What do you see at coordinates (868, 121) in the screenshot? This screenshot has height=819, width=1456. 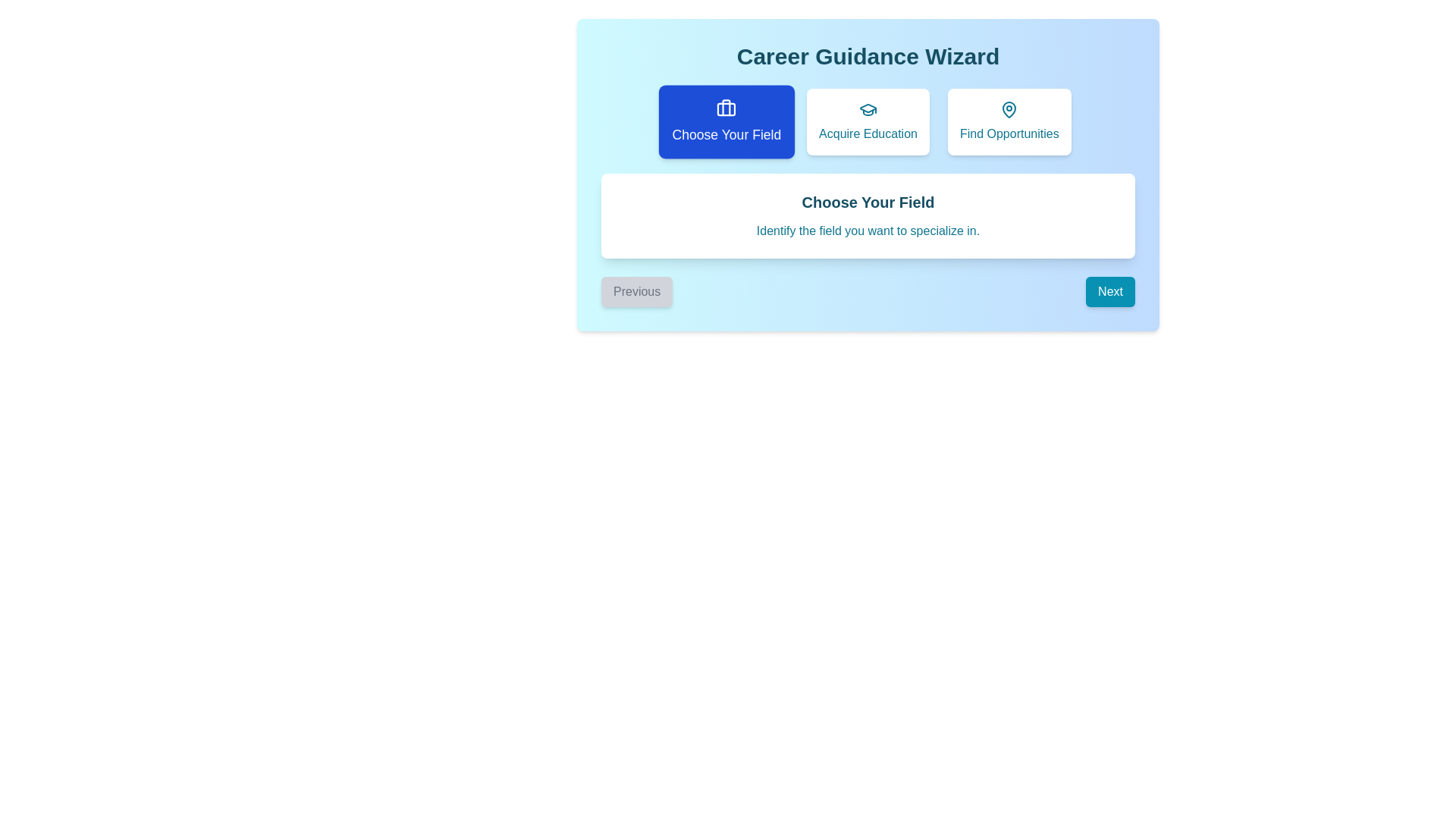 I see `the second Button-like UI card that represents an option or step in an education acquisition process` at bounding box center [868, 121].